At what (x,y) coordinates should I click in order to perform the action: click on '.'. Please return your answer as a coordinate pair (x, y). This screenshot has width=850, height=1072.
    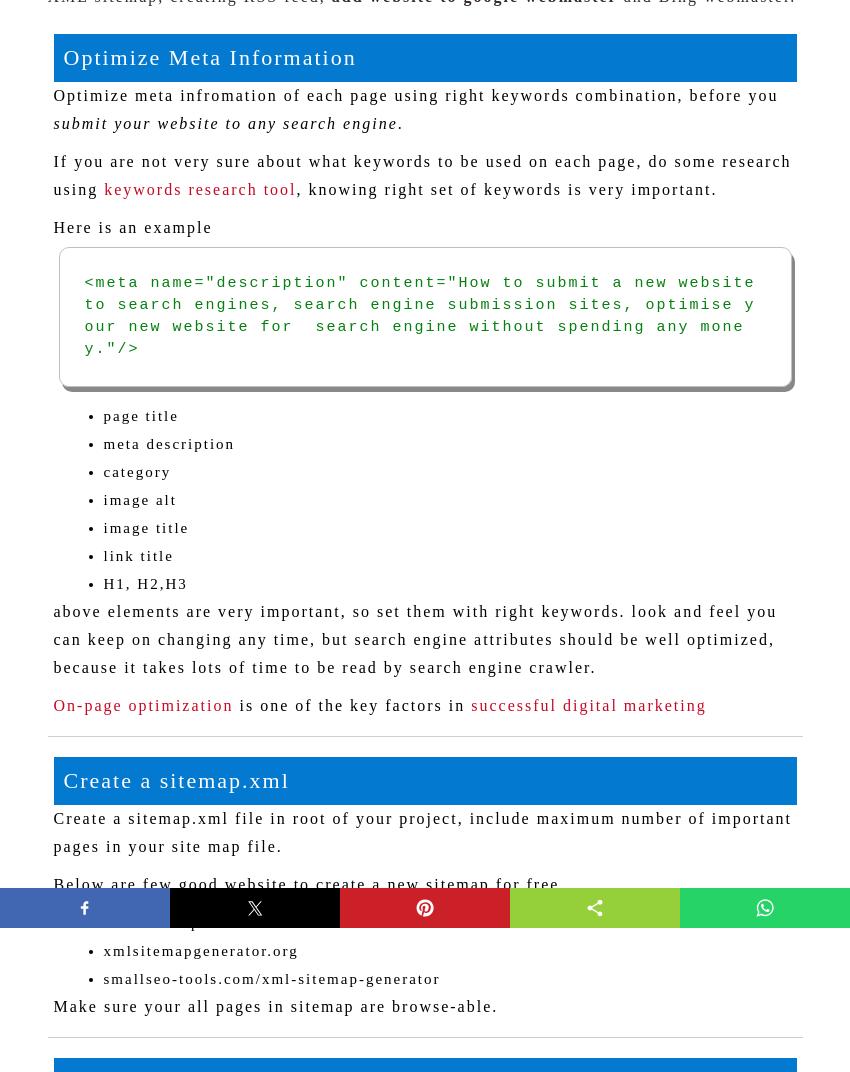
    Looking at the image, I should click on (397, 122).